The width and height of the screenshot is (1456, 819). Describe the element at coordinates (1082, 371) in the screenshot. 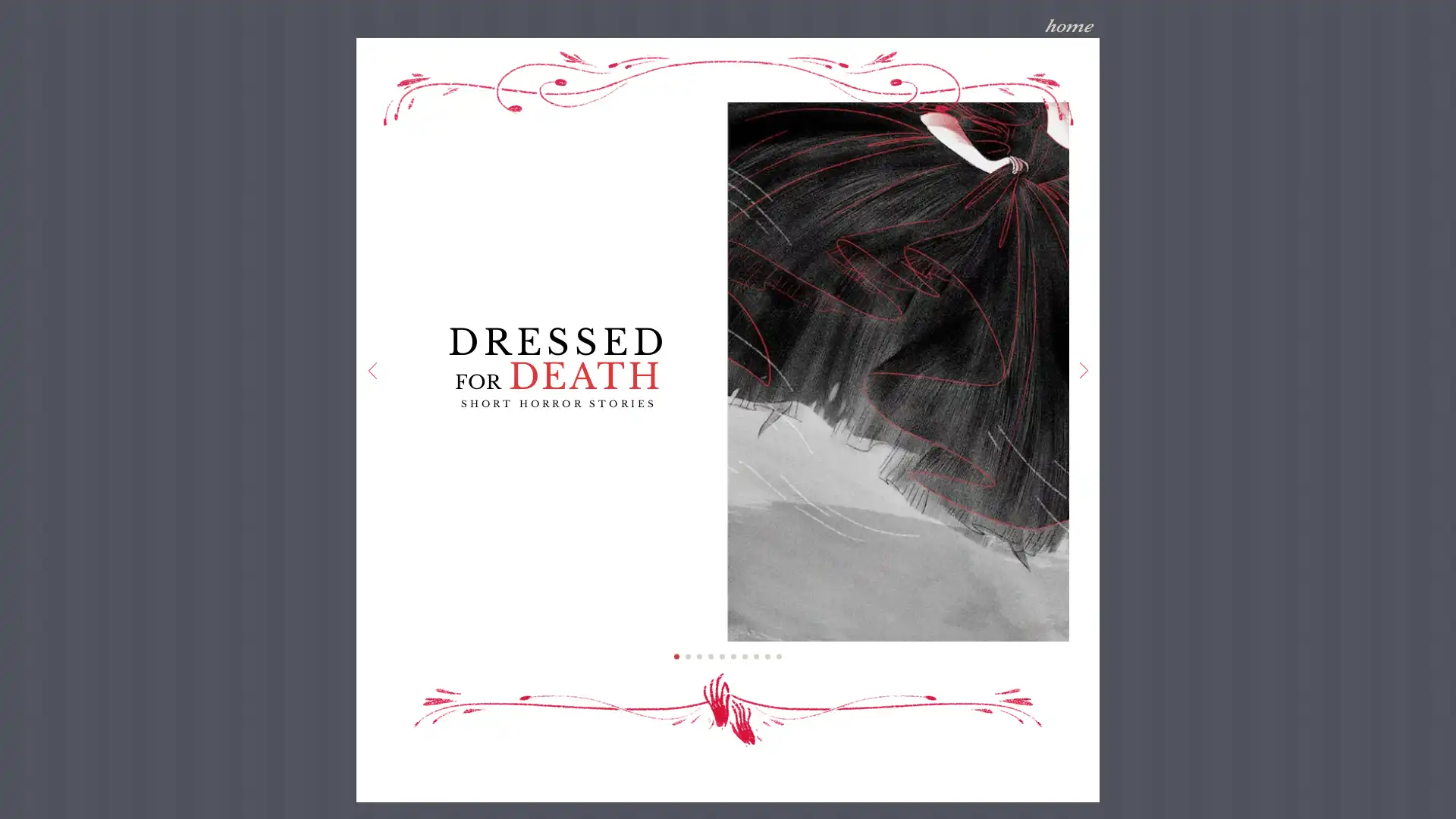

I see `Next` at that location.